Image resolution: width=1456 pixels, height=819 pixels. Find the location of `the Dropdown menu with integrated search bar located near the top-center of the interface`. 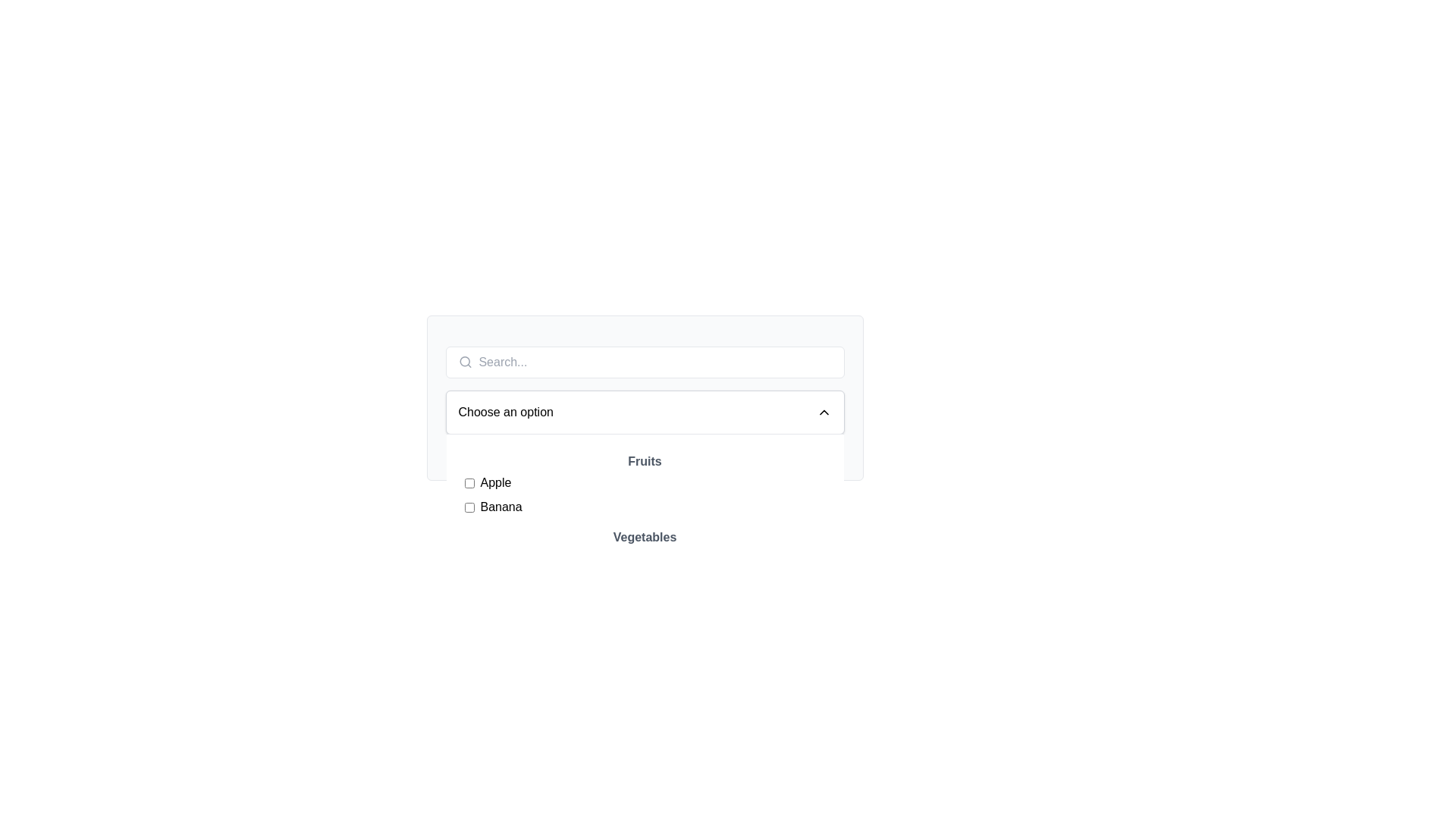

the Dropdown menu with integrated search bar located near the top-center of the interface is located at coordinates (645, 390).